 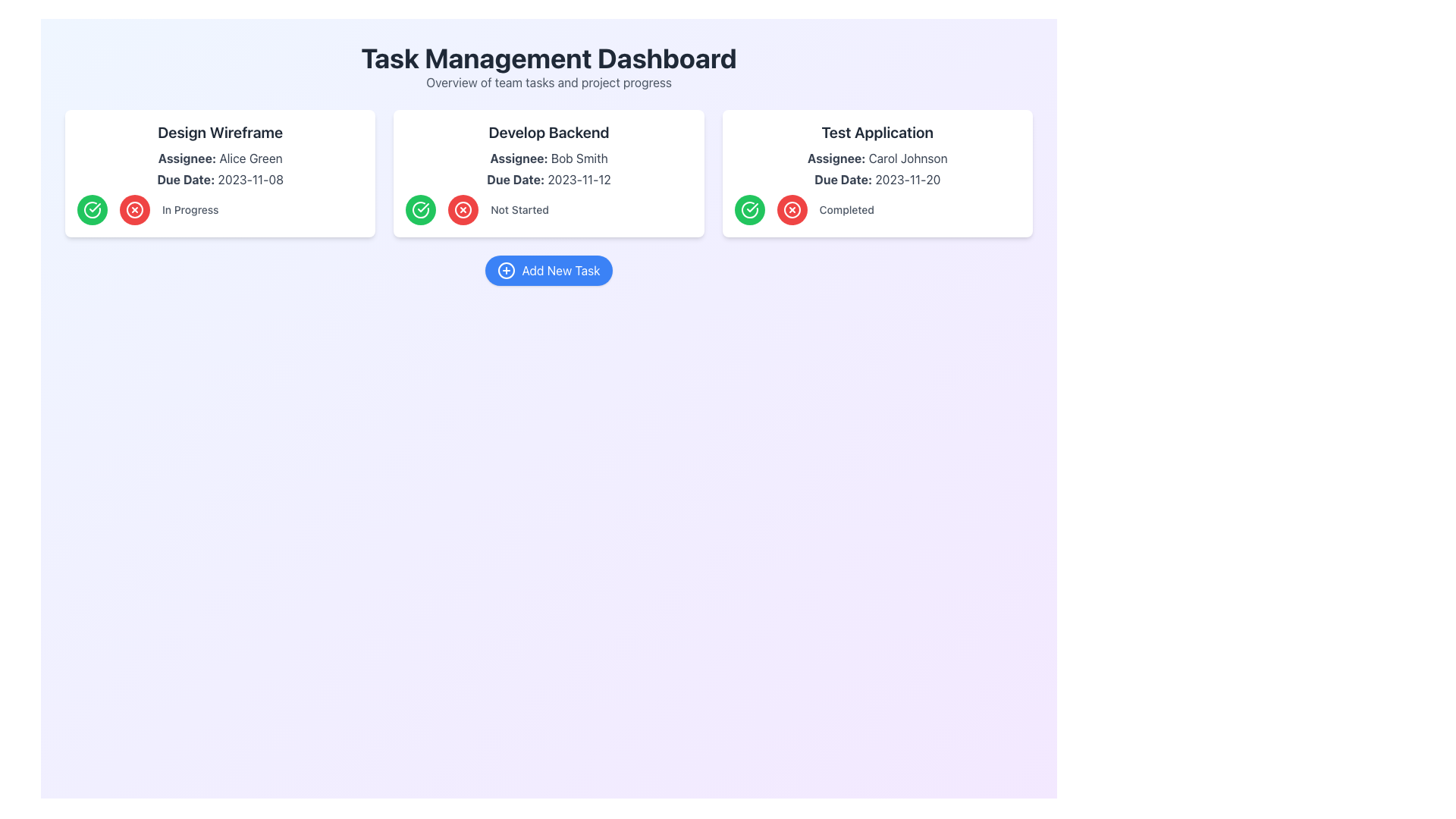 What do you see at coordinates (421, 210) in the screenshot?
I see `the green circular icon with a white checkmark in the 'Develop Backend' card` at bounding box center [421, 210].